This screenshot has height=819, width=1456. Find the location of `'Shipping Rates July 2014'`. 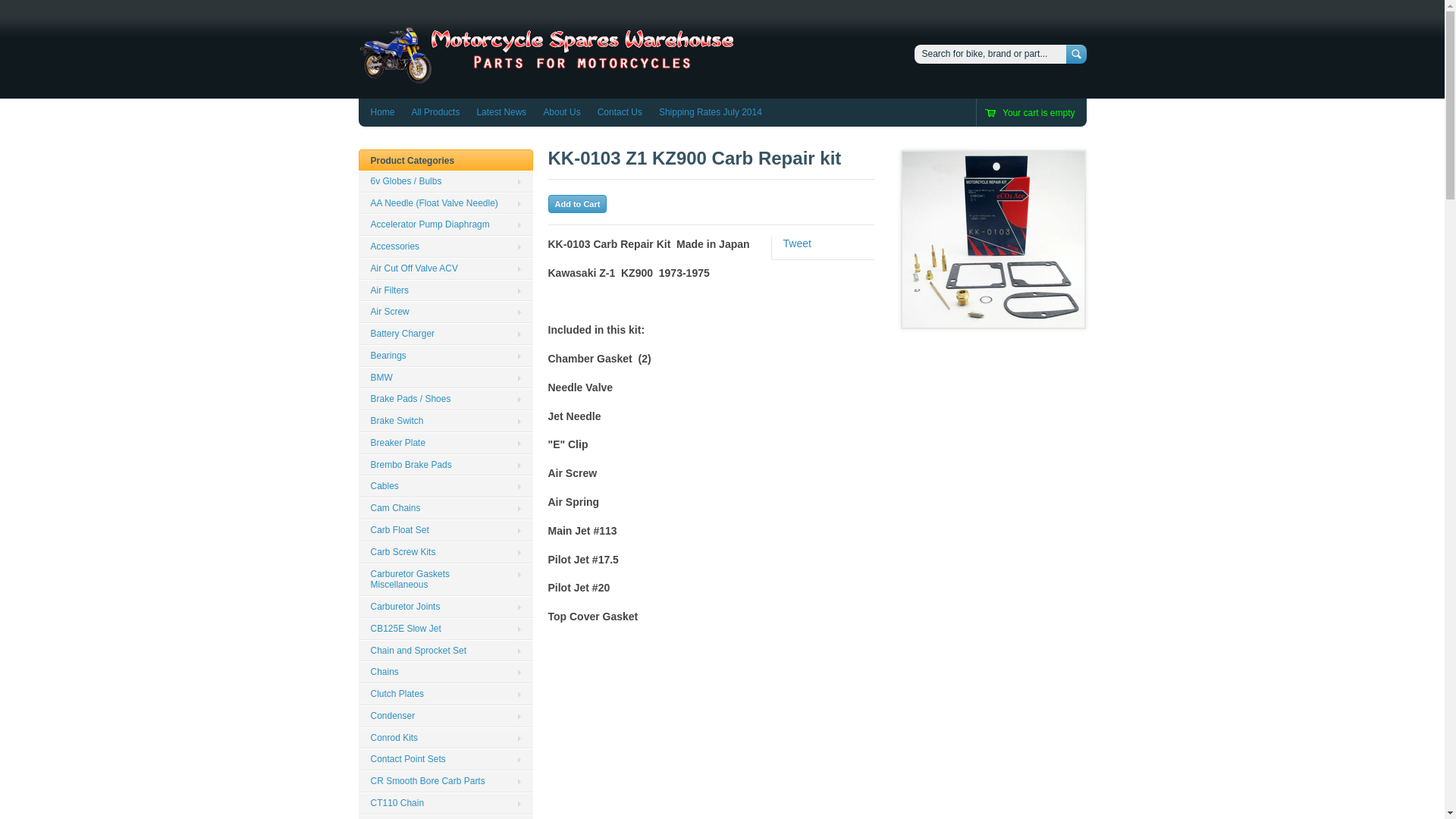

'Shipping Rates July 2014' is located at coordinates (709, 111).